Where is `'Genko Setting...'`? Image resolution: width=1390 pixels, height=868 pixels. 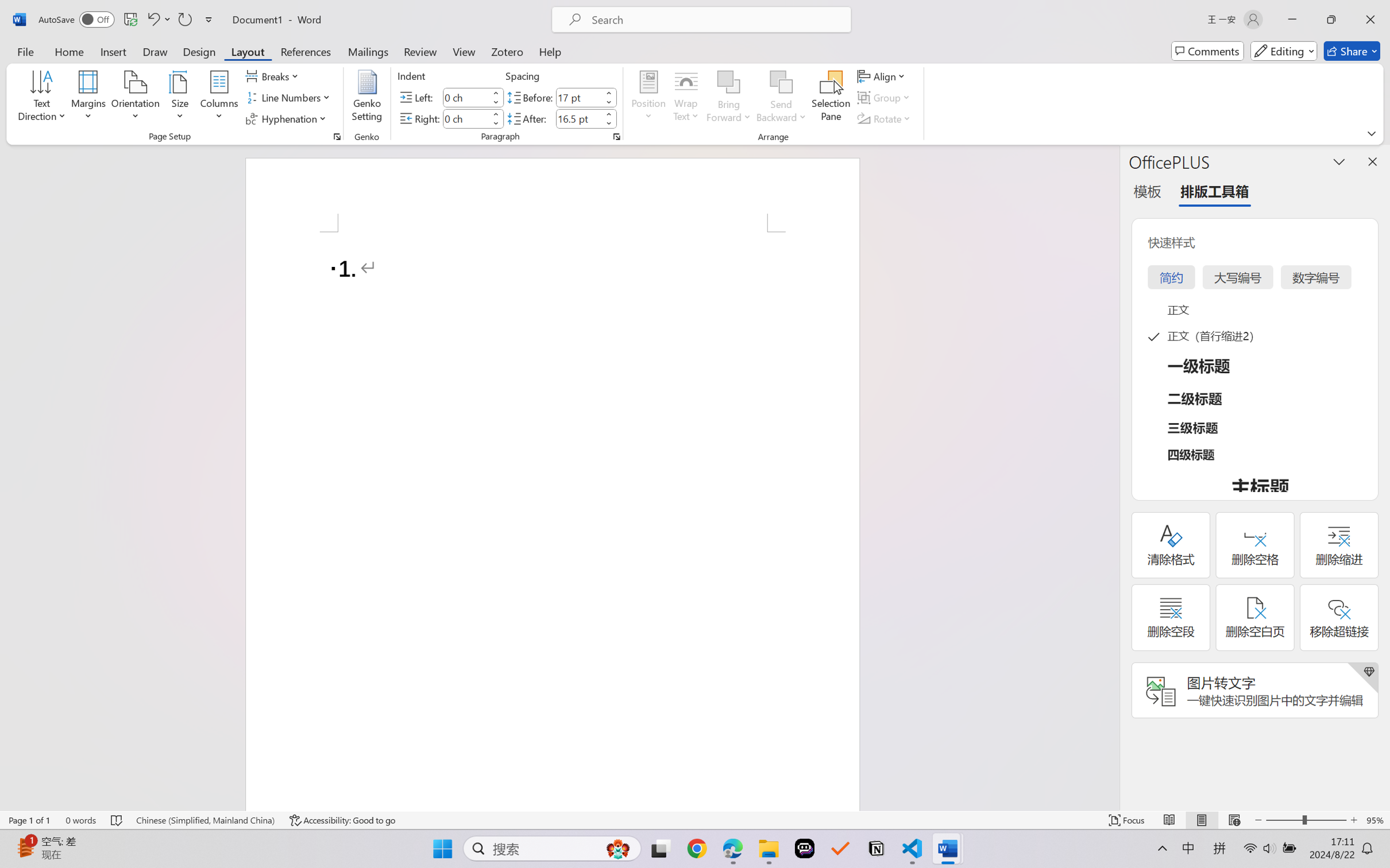 'Genko Setting...' is located at coordinates (368, 98).